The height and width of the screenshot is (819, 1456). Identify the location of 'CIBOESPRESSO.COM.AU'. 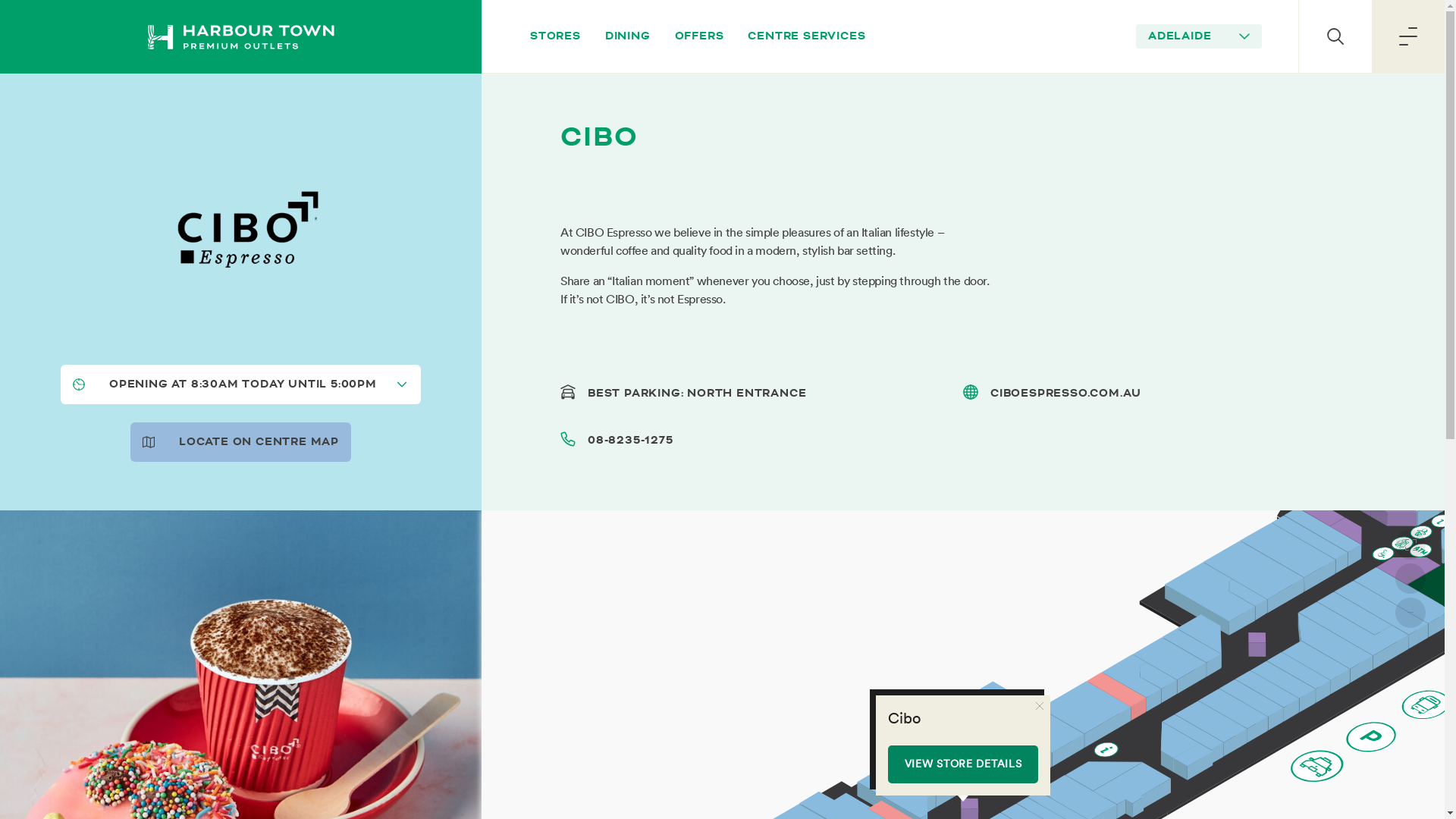
(1065, 392).